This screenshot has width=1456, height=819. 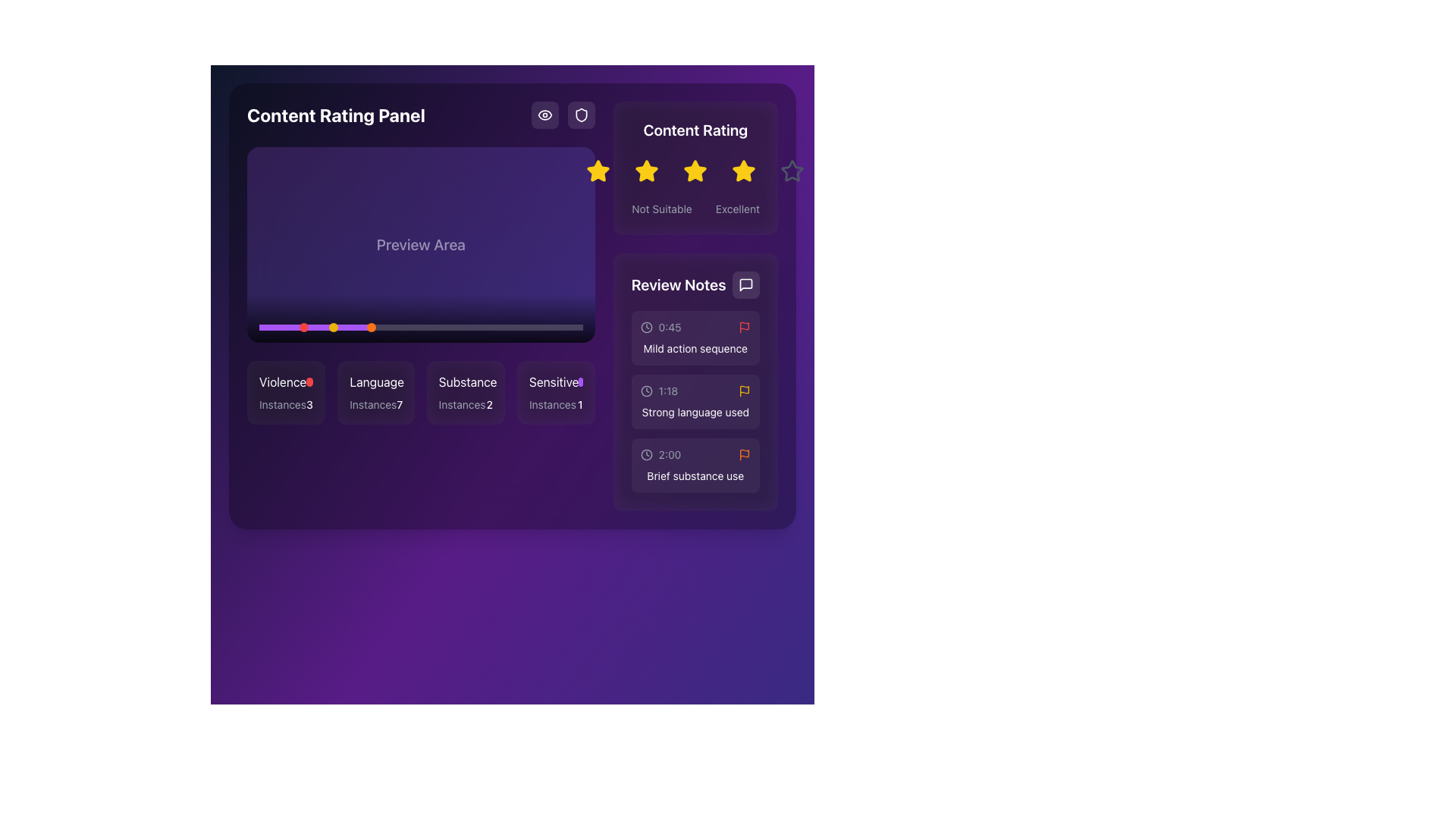 I want to click on the timestamp icon located in the 'Review Notes' section, which is positioned to the left of the text '0:45', so click(x=646, y=327).